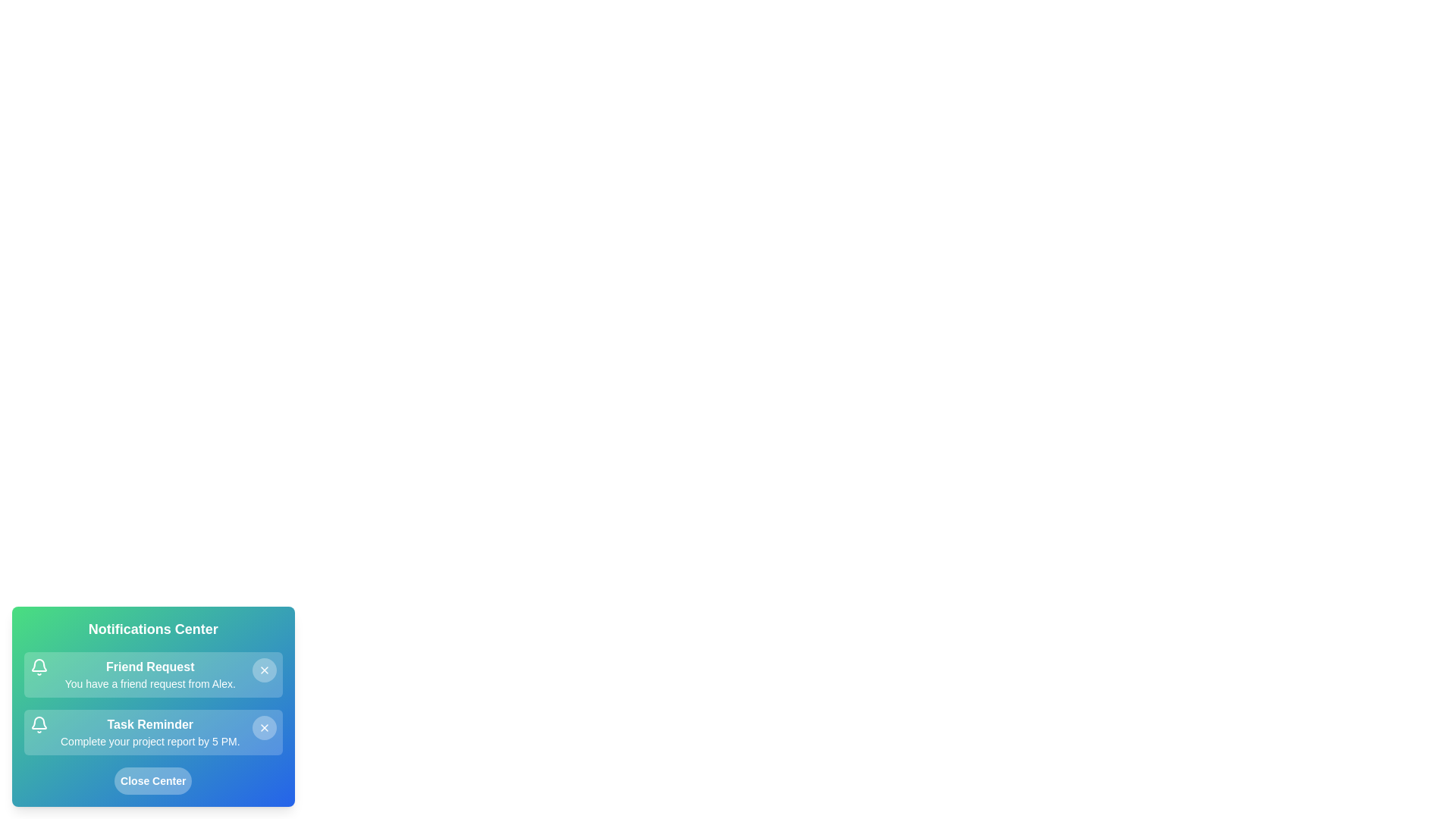 The height and width of the screenshot is (819, 1456). What do you see at coordinates (152, 780) in the screenshot?
I see `the 'Close Center' button to close the notification center` at bounding box center [152, 780].